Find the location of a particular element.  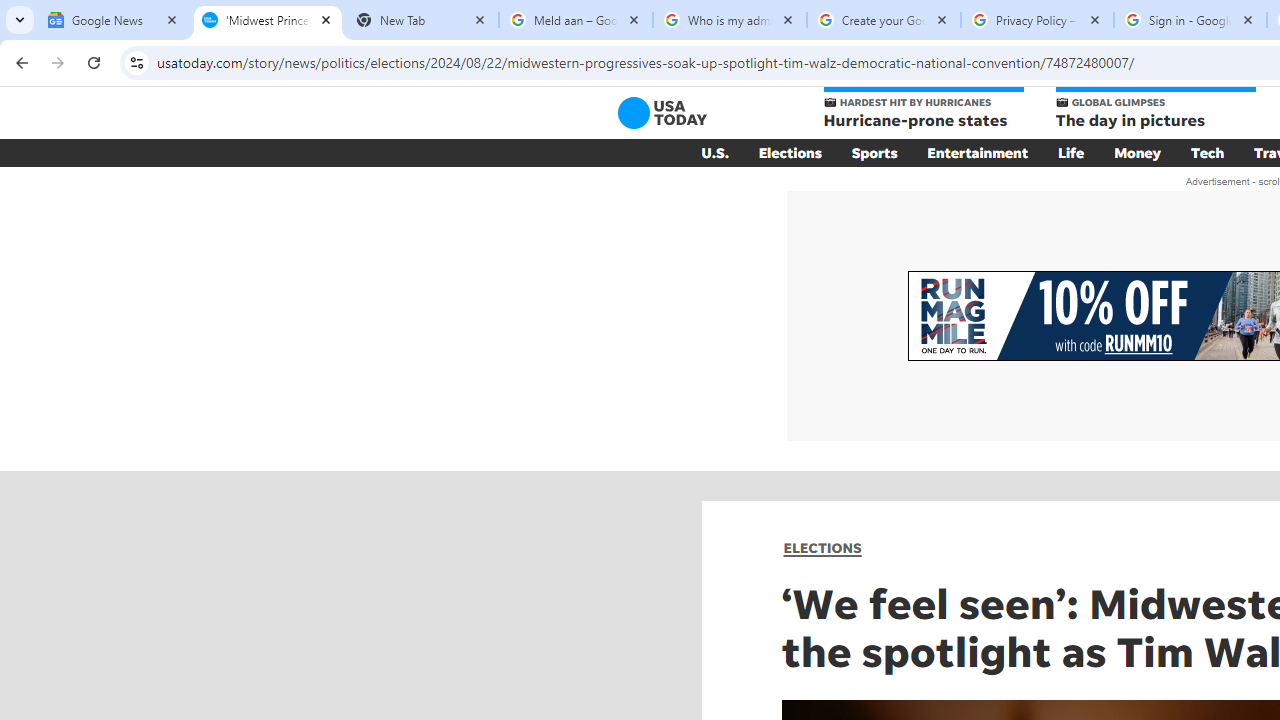

'ELECTIONS' is located at coordinates (822, 548).